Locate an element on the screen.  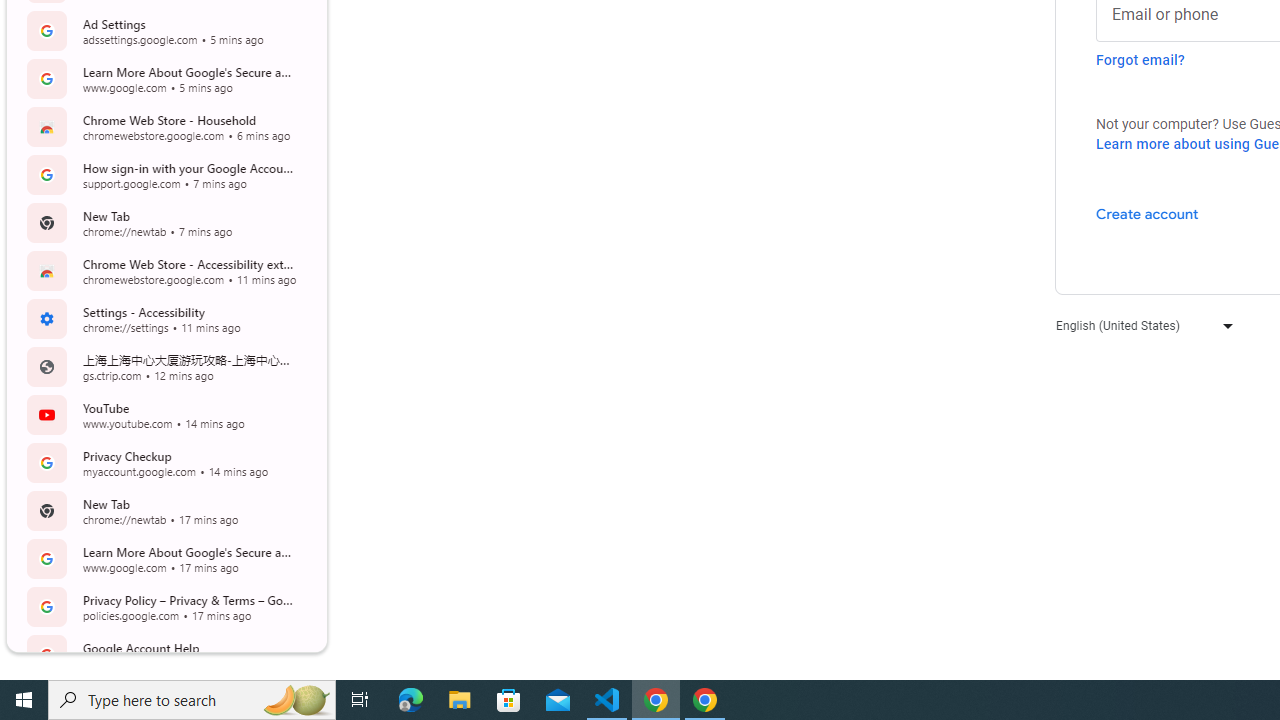
'Microsoft Store' is located at coordinates (509, 698).